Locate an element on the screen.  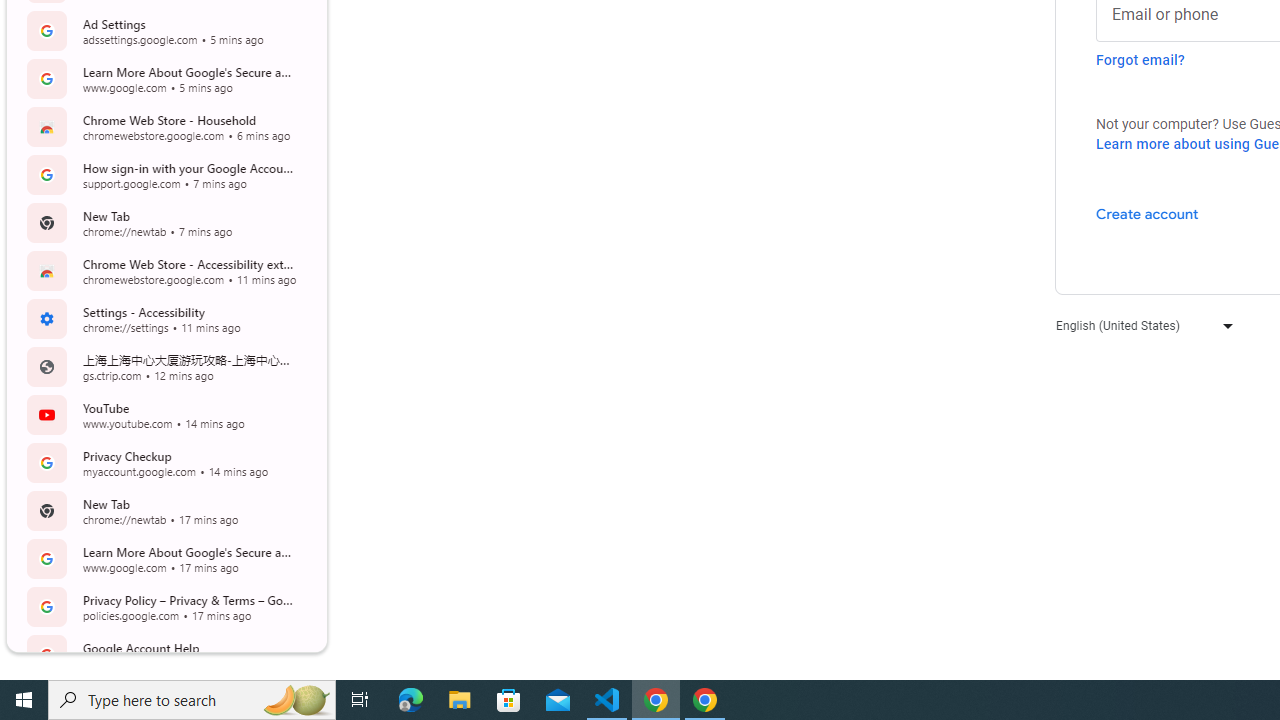
'Microsoft Store' is located at coordinates (509, 698).